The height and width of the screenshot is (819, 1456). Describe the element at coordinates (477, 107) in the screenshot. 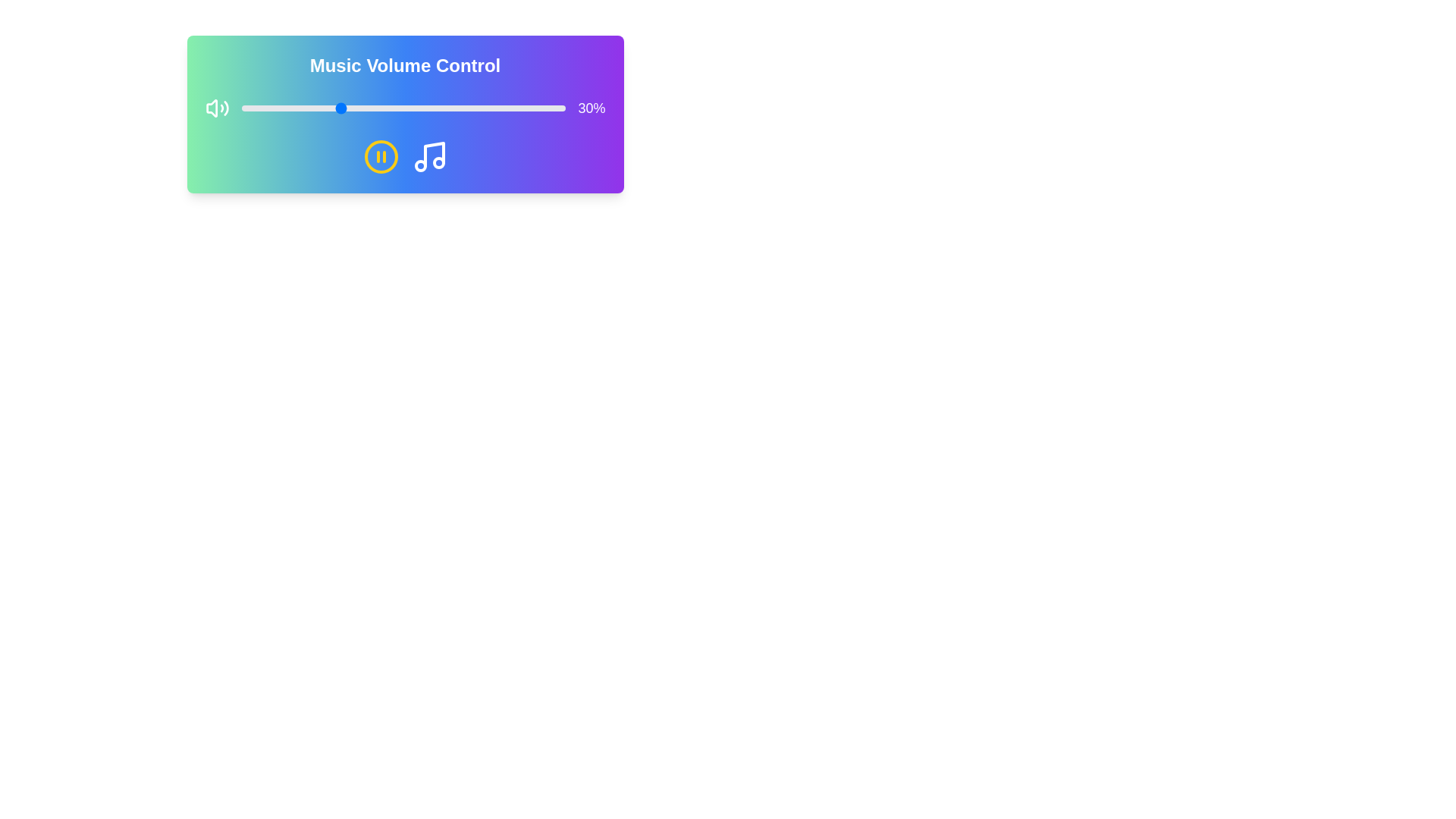

I see `the volume` at that location.